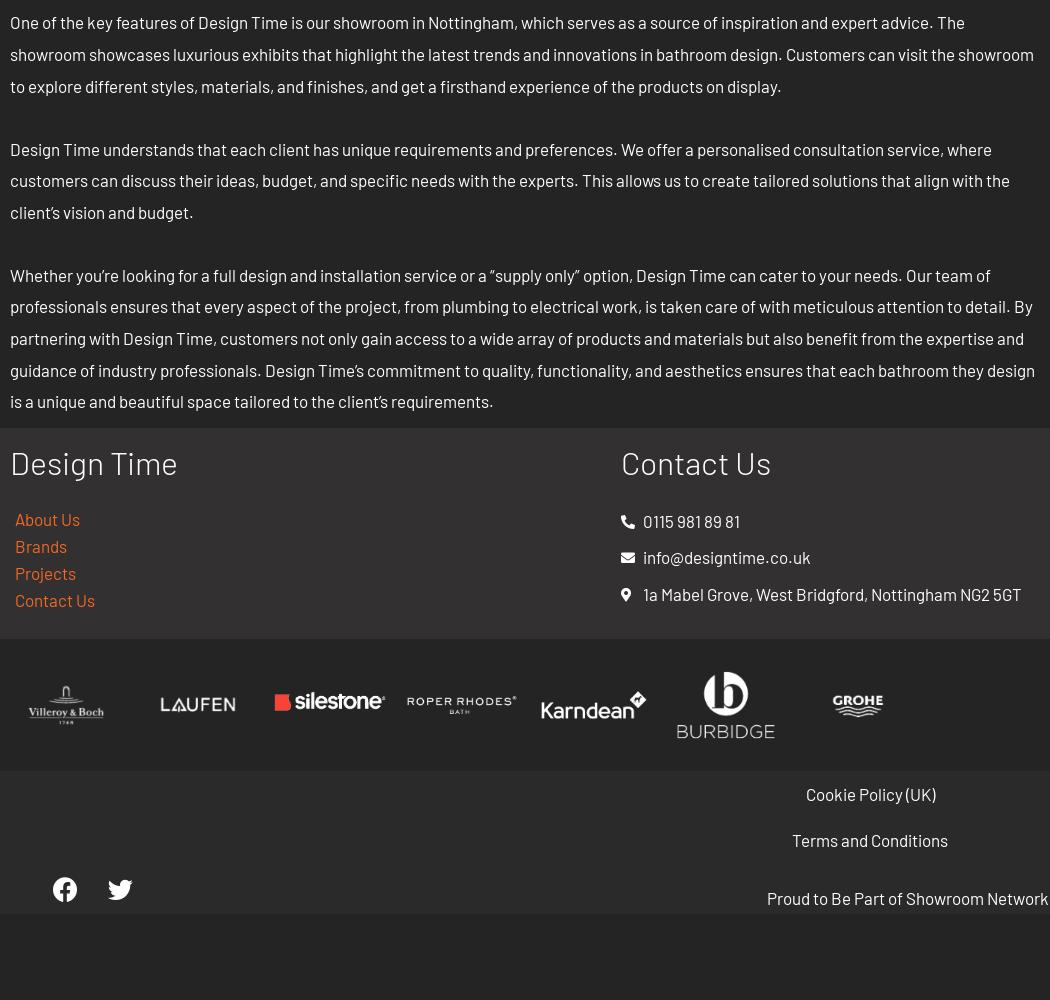 This screenshot has height=1000, width=1050. I want to click on 'Projects', so click(44, 571).